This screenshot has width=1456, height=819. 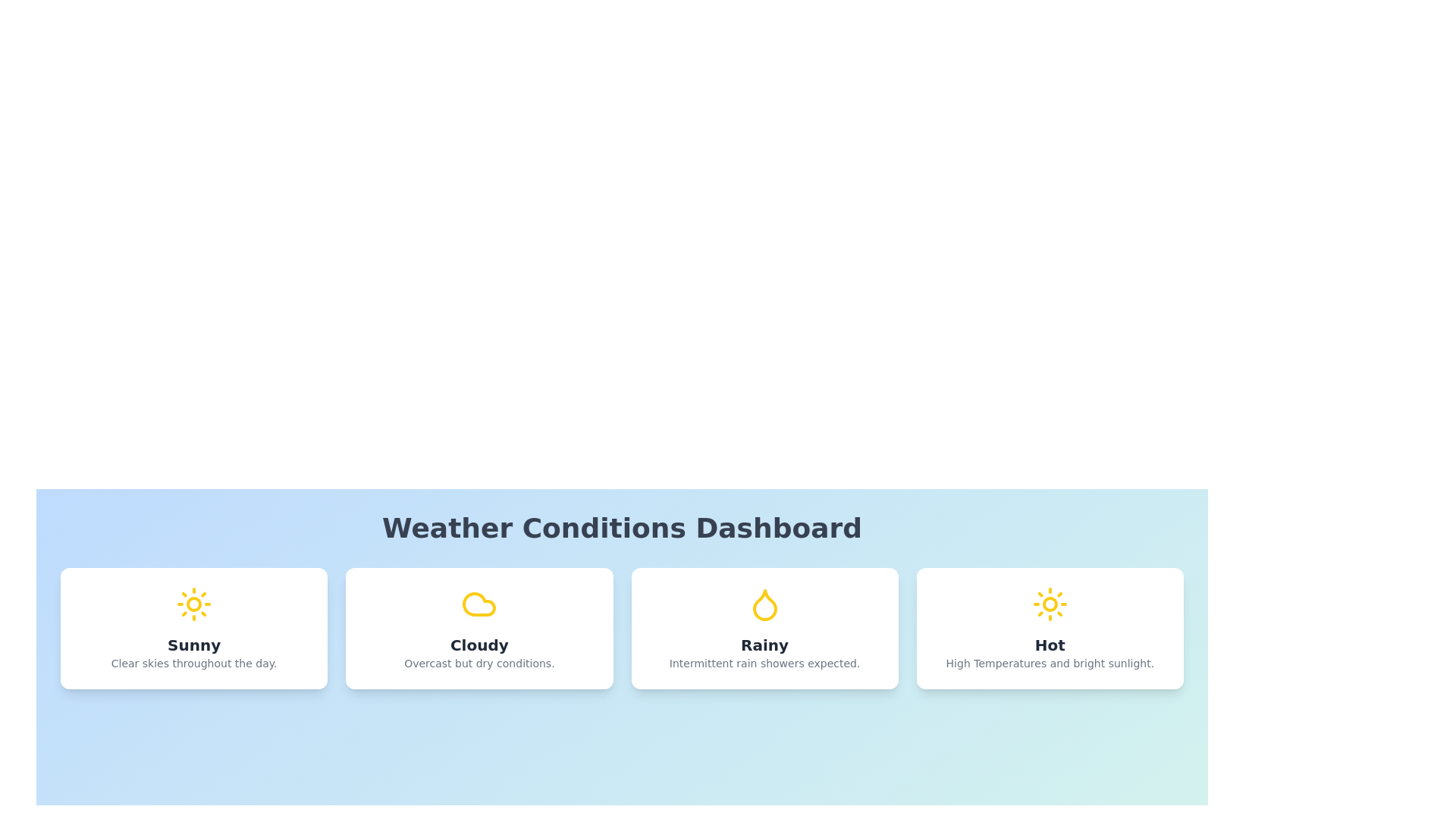 I want to click on the yellow droplet-shaped icon located at the top of the third weather condition card, which is above the text 'Rainy' and 'Intermittent rain showers expected.', so click(x=764, y=604).